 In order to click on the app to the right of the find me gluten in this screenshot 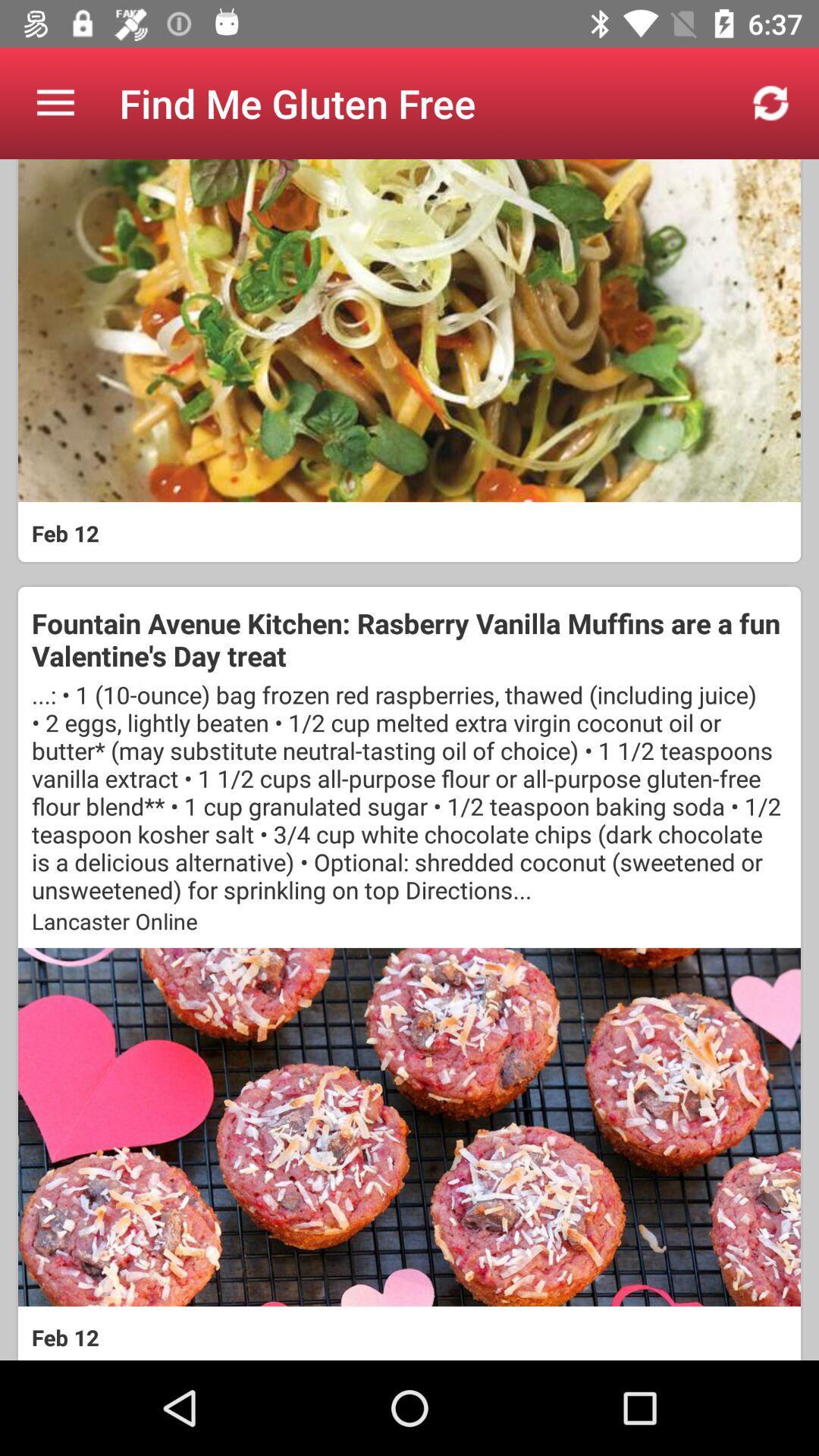, I will do `click(771, 102)`.